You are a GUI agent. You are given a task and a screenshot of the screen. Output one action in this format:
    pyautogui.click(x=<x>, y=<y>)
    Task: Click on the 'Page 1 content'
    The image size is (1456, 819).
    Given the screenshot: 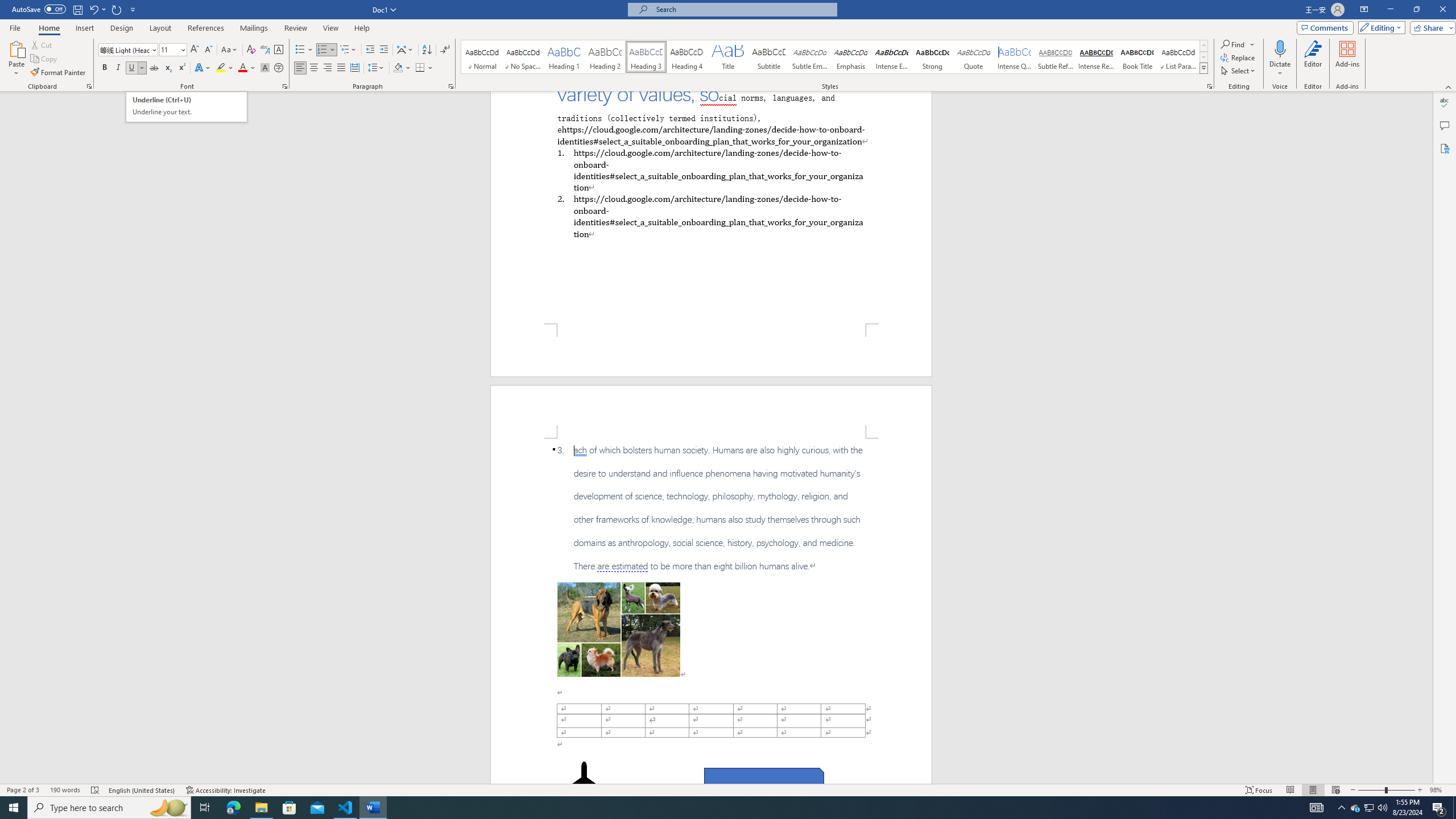 What is the action you would take?
    pyautogui.click(x=711, y=207)
    